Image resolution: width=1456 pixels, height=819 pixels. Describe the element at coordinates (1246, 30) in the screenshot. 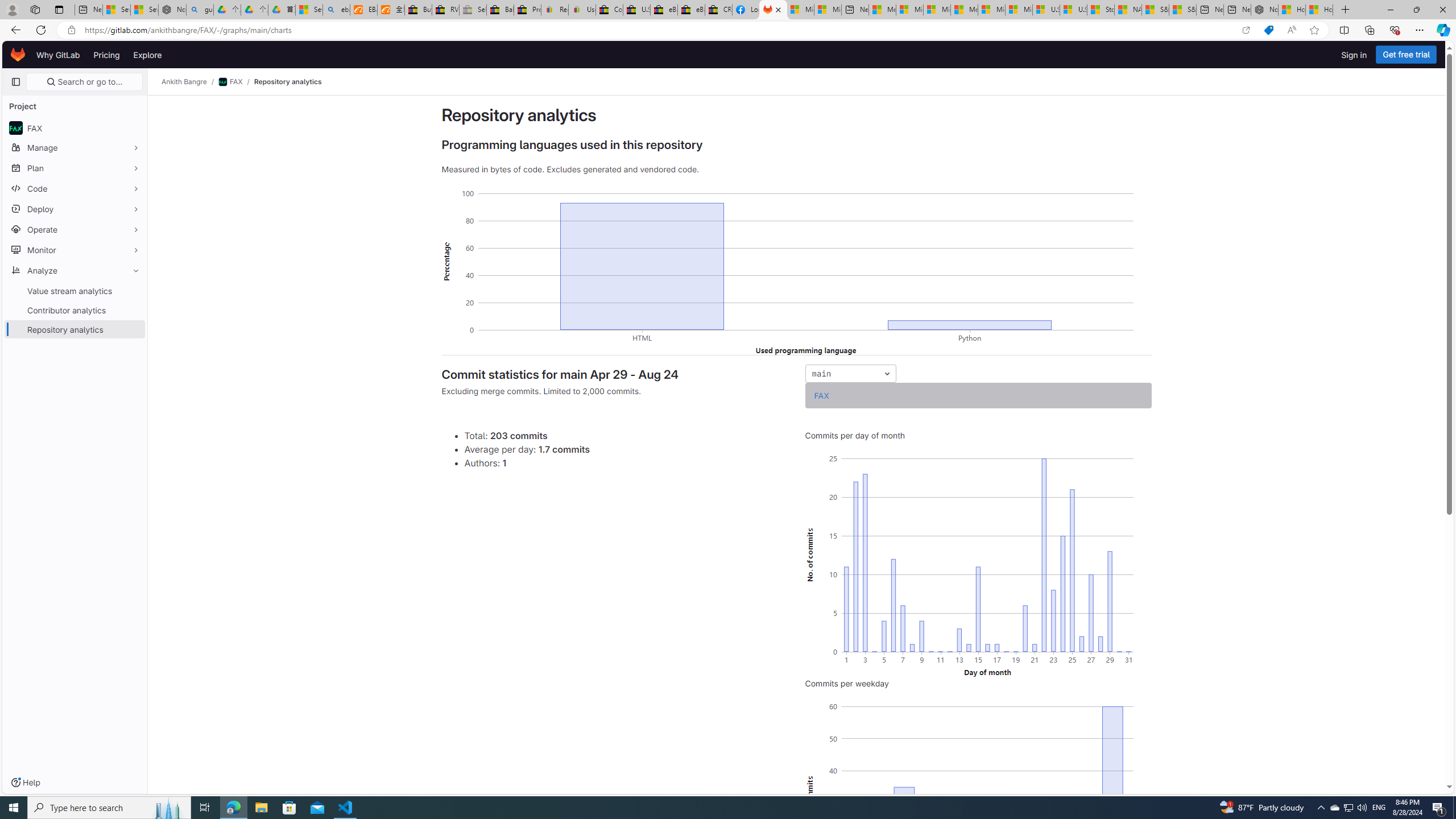

I see `'Open in app'` at that location.